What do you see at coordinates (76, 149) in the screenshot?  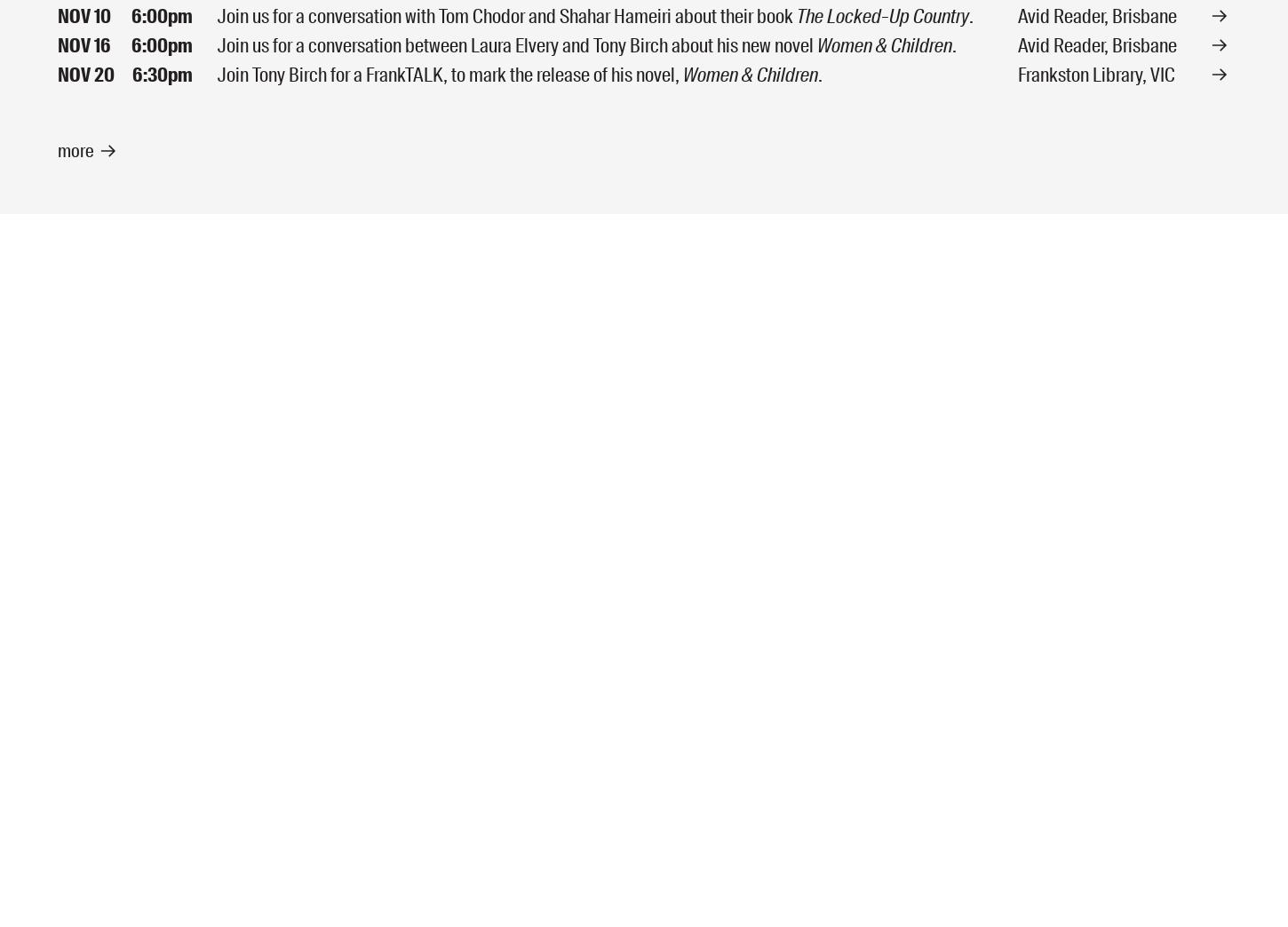 I see `'more'` at bounding box center [76, 149].